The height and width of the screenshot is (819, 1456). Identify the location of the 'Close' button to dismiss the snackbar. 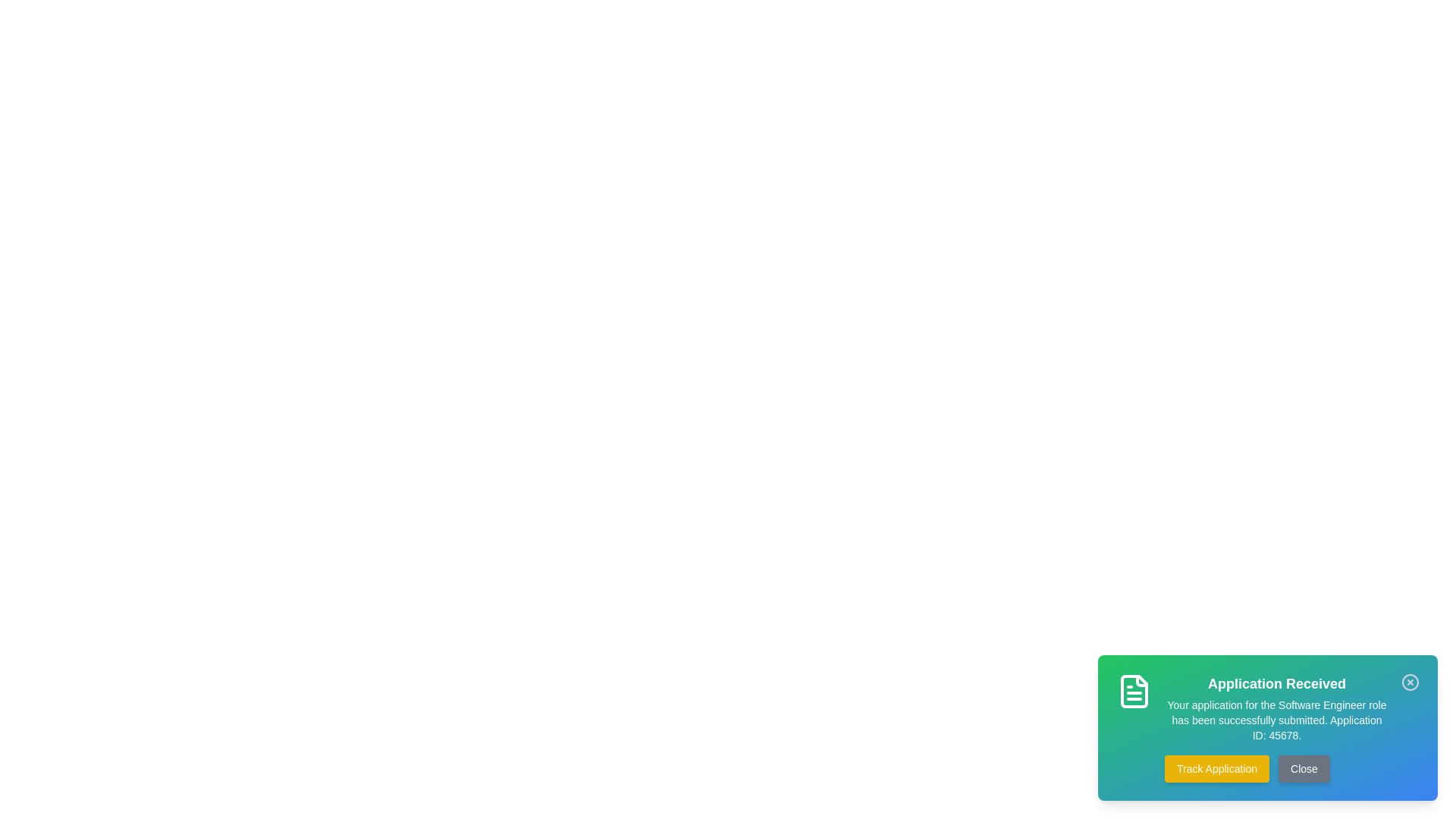
(1303, 769).